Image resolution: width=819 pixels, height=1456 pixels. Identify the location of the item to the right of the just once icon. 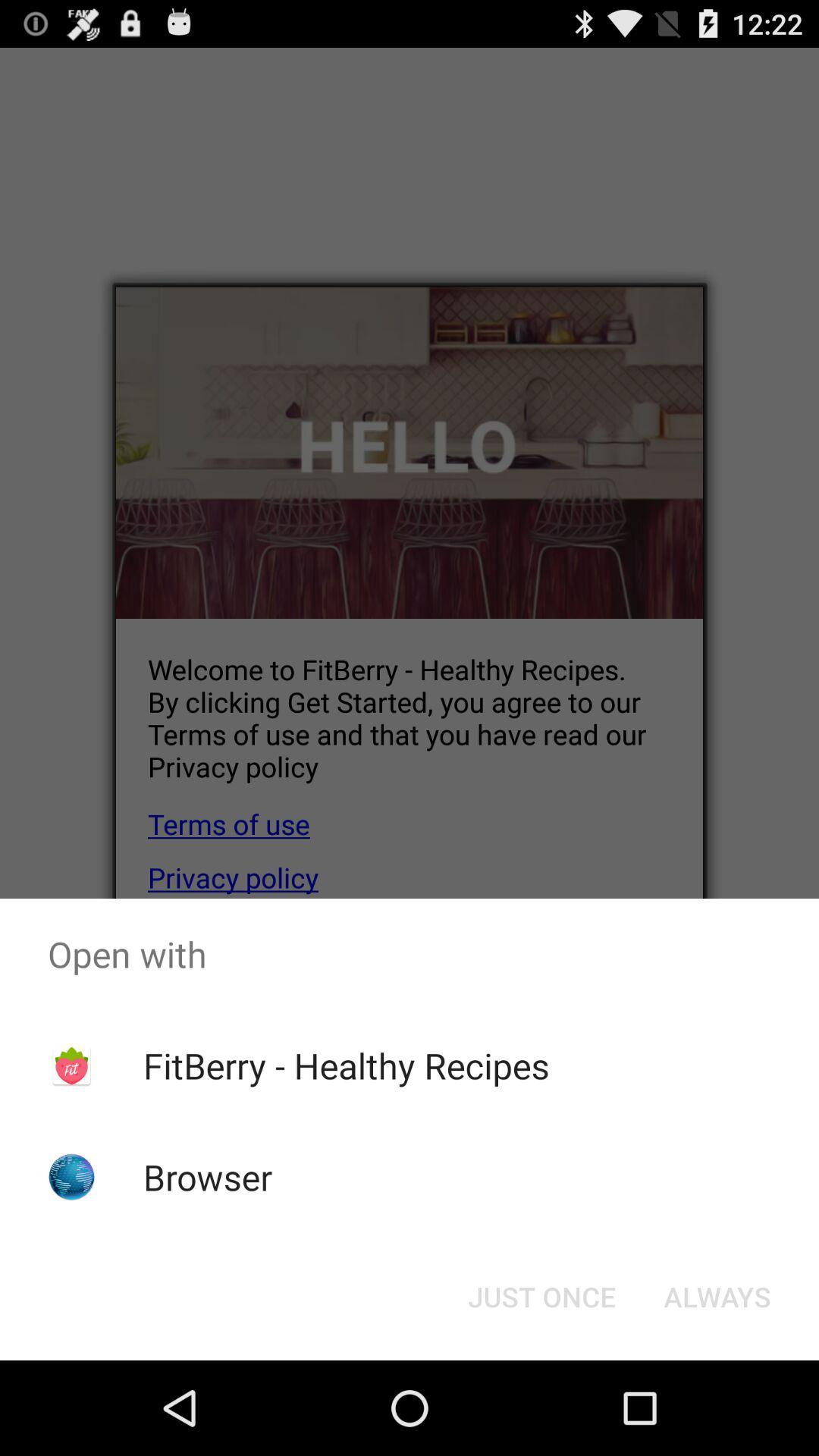
(717, 1295).